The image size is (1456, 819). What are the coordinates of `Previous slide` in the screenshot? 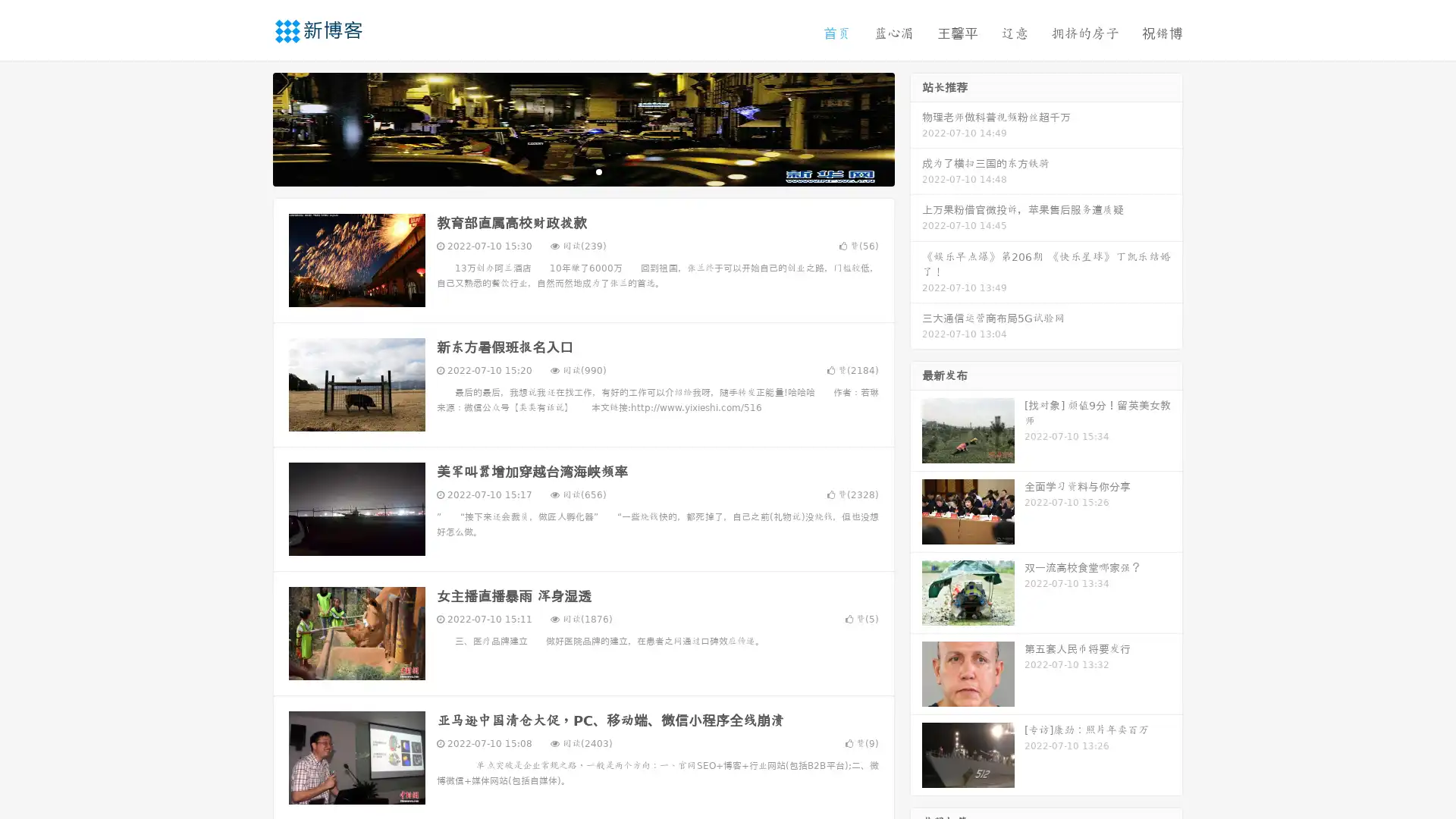 It's located at (250, 127).